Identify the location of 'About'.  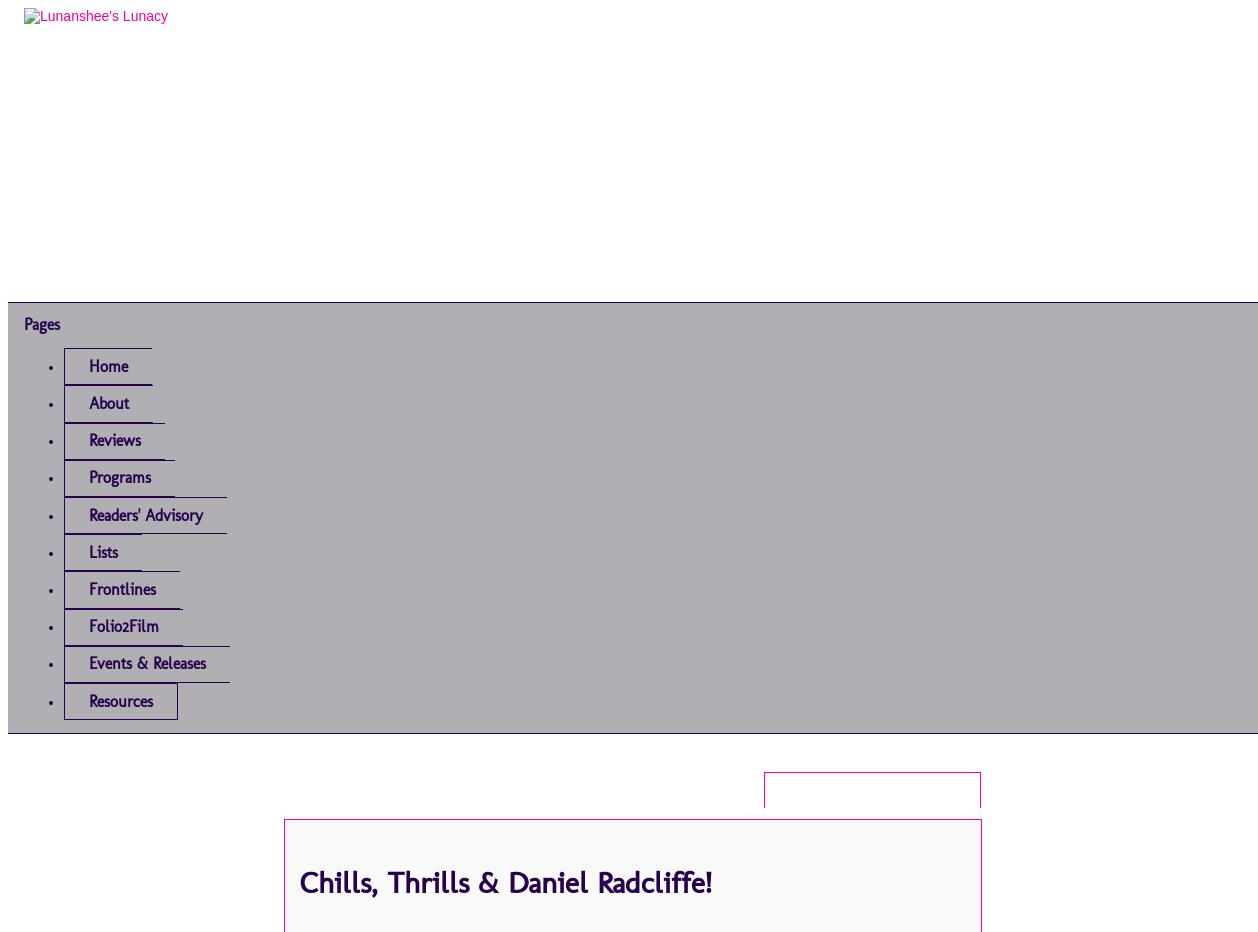
(88, 402).